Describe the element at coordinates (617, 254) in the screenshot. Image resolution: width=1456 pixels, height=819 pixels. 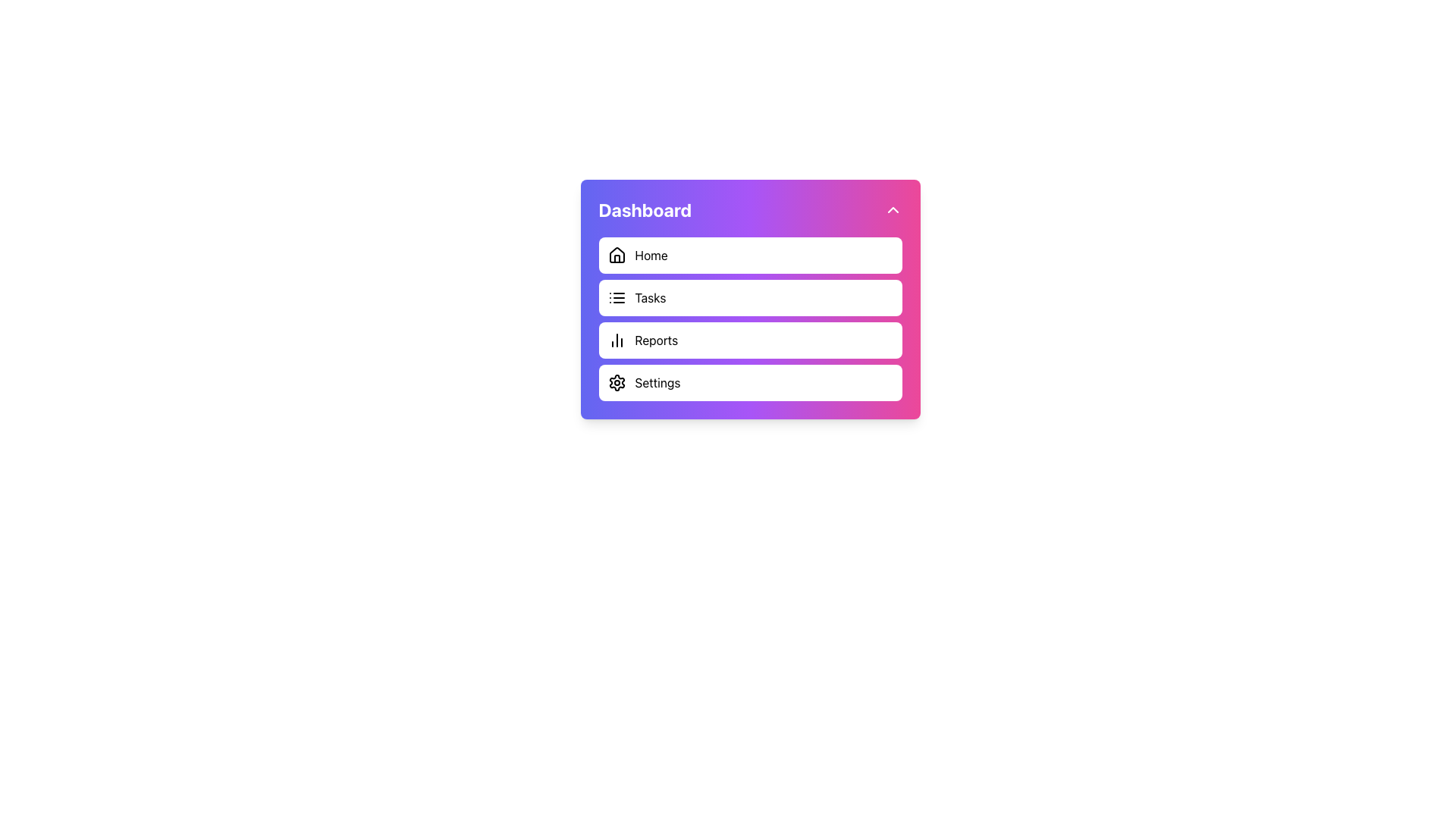
I see `the 'Home' icon represented as an SVG graphic located to the left of the 'Home' label in the navigation menu` at that location.